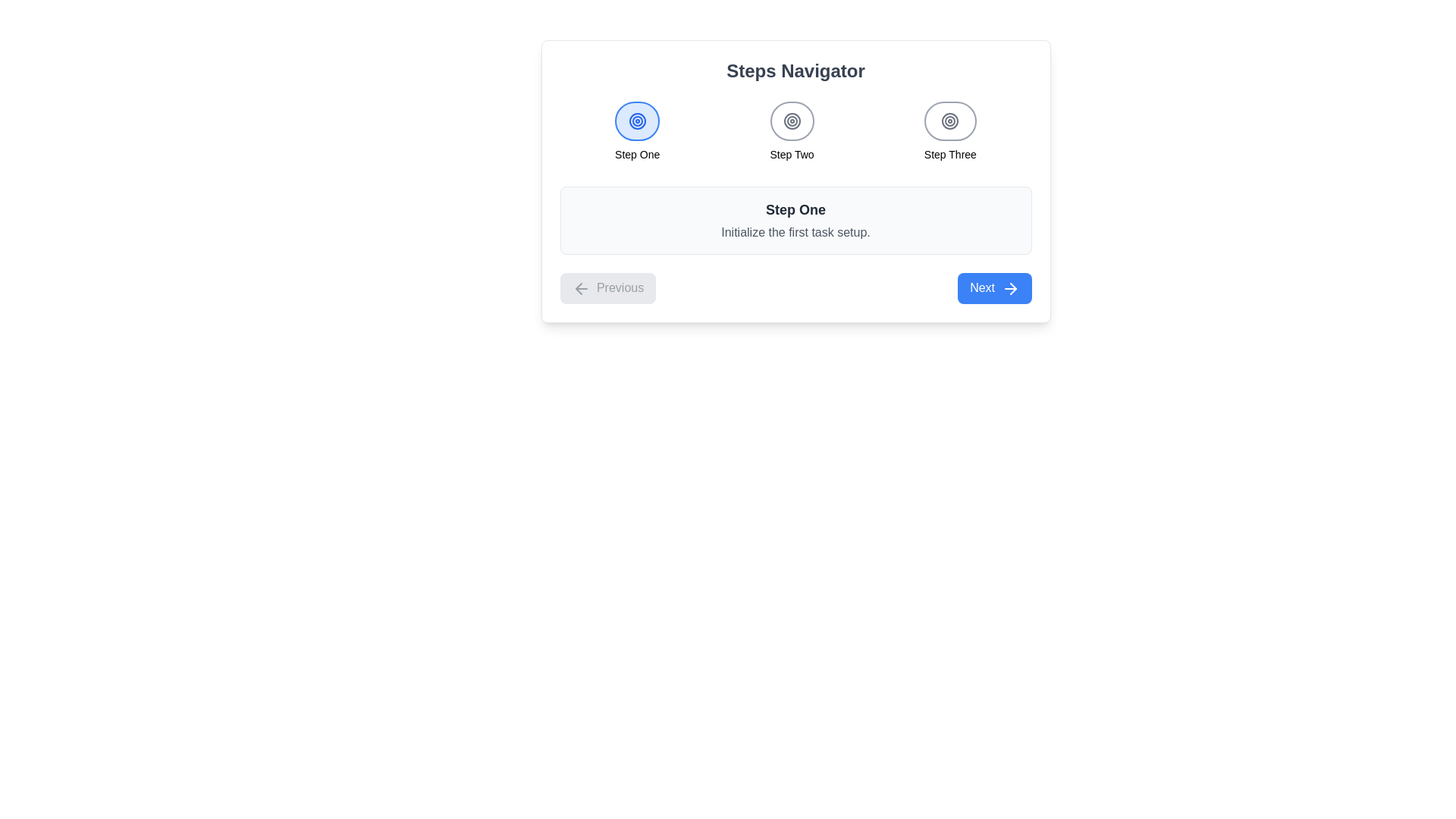  I want to click on the outermost circle of the target icon in the 'Step One' section of the steps navigator, so click(637, 120).